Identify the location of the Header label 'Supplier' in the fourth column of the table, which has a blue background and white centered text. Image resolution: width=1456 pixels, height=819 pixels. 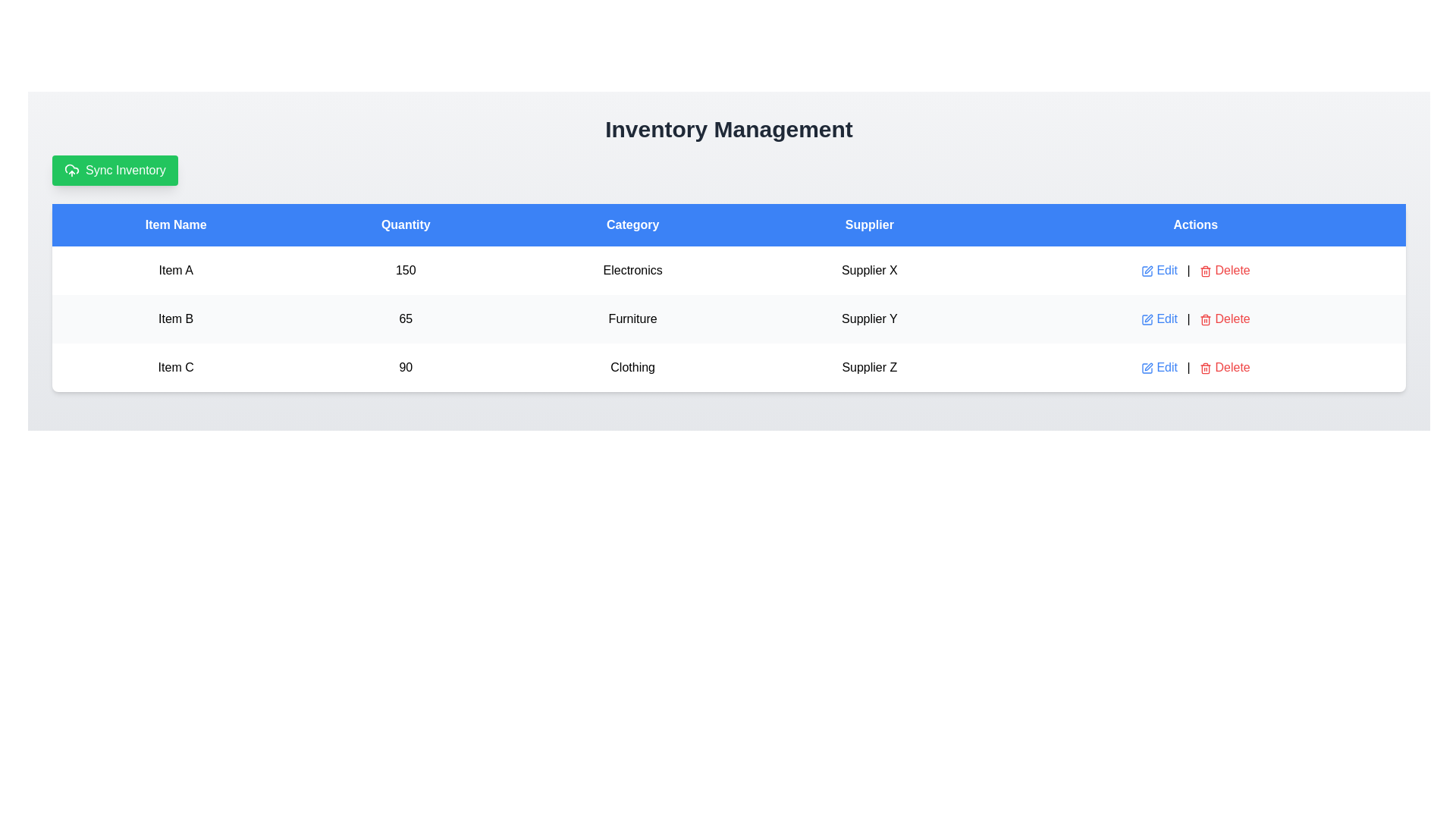
(869, 225).